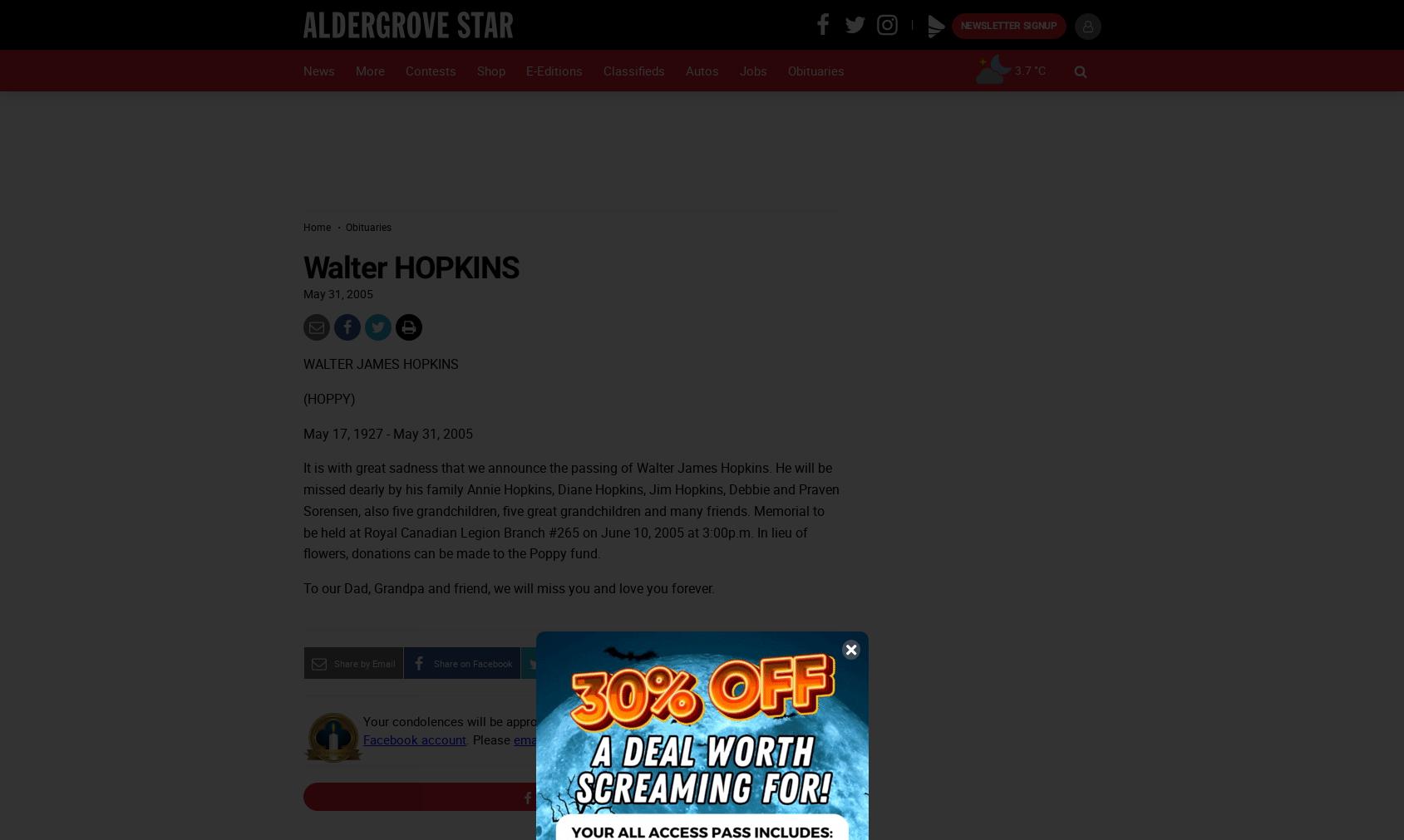 This screenshot has width=1404, height=840. Describe the element at coordinates (602, 70) in the screenshot. I see `'Classifieds'` at that location.